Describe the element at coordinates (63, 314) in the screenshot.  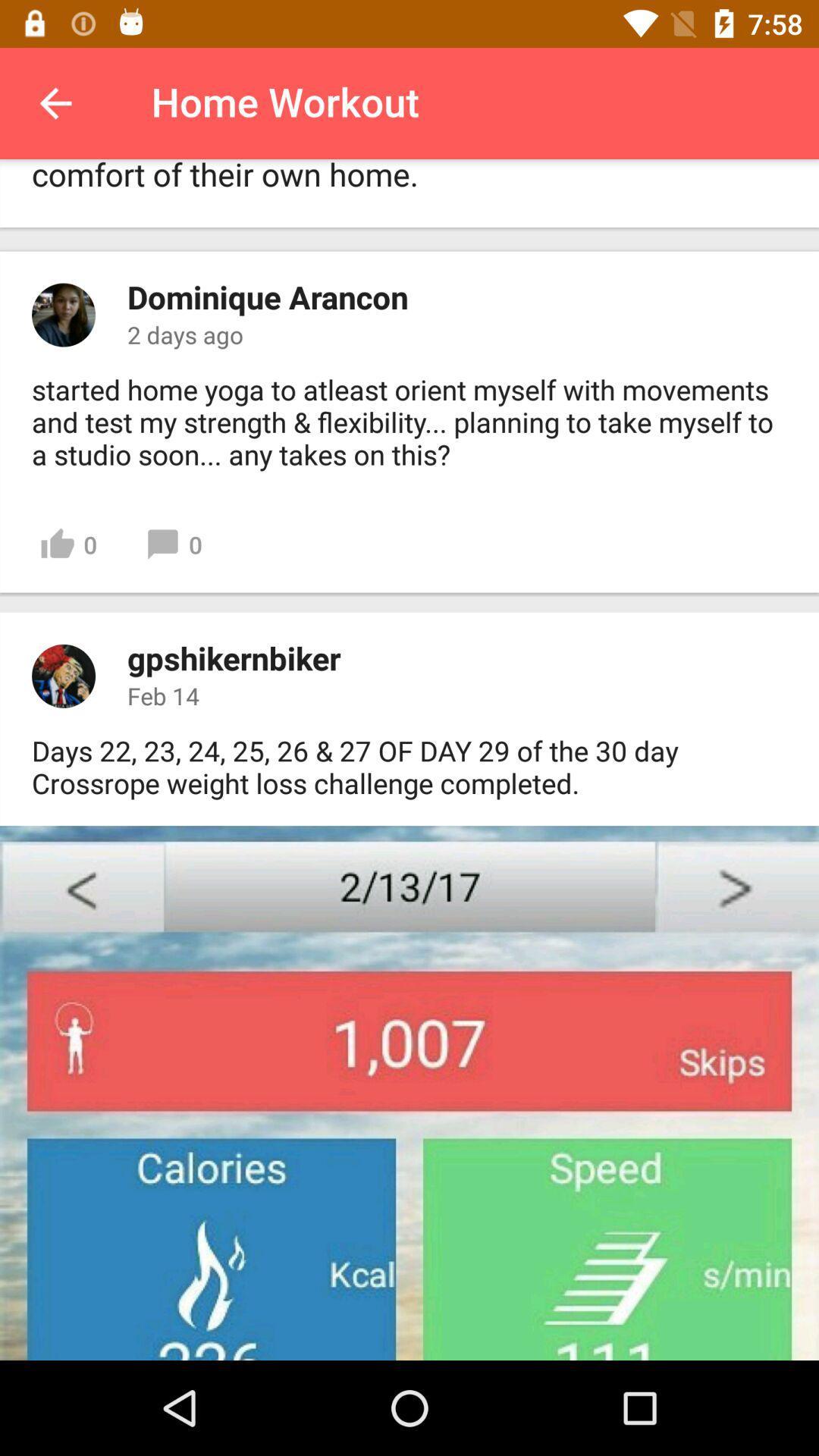
I see `comments` at that location.